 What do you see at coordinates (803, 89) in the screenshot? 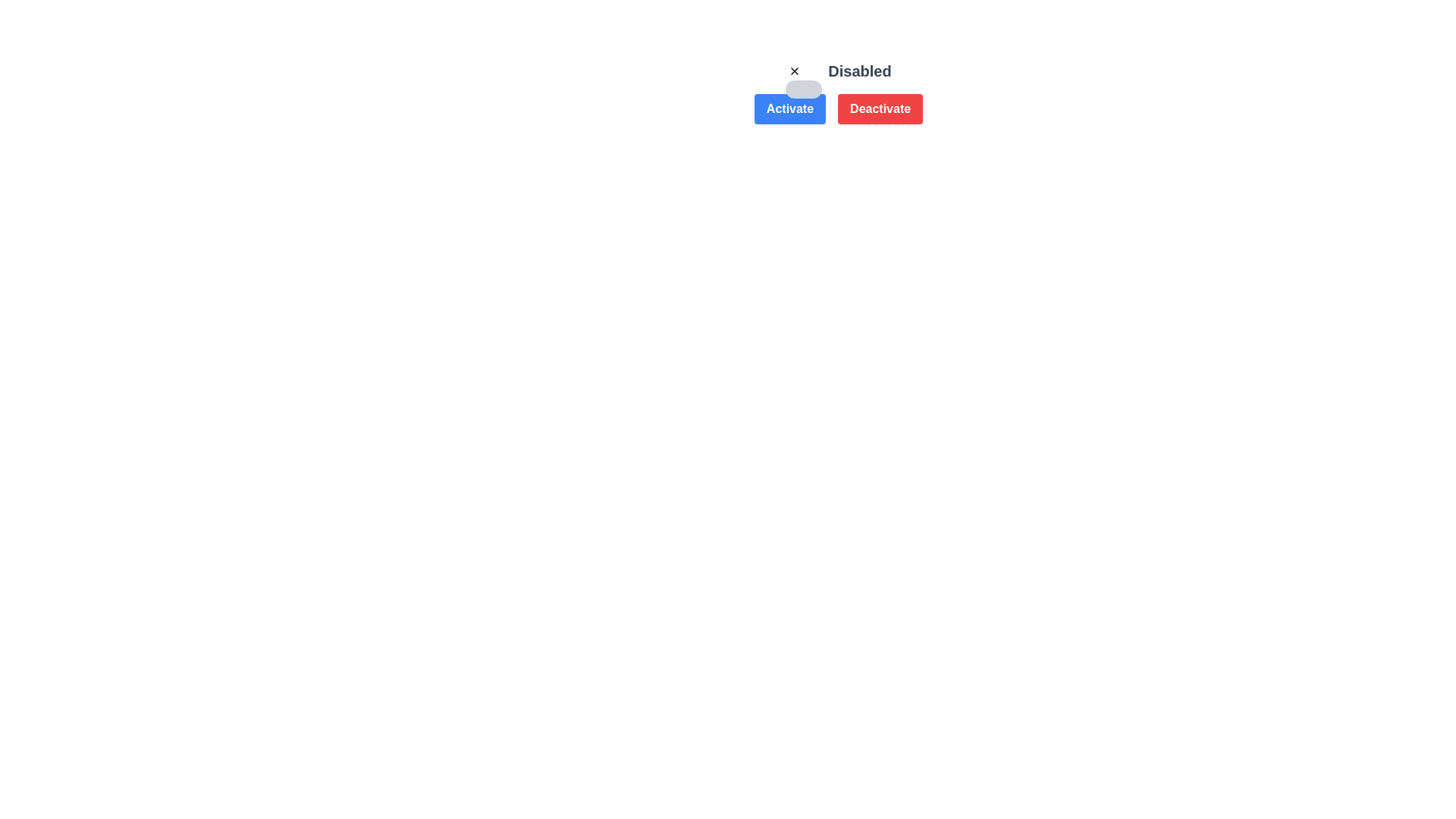
I see `the Toggle background element, which is a horizontally elongated oval with a light gray color, located above the 'Activate' and 'Deactivate' buttons` at bounding box center [803, 89].